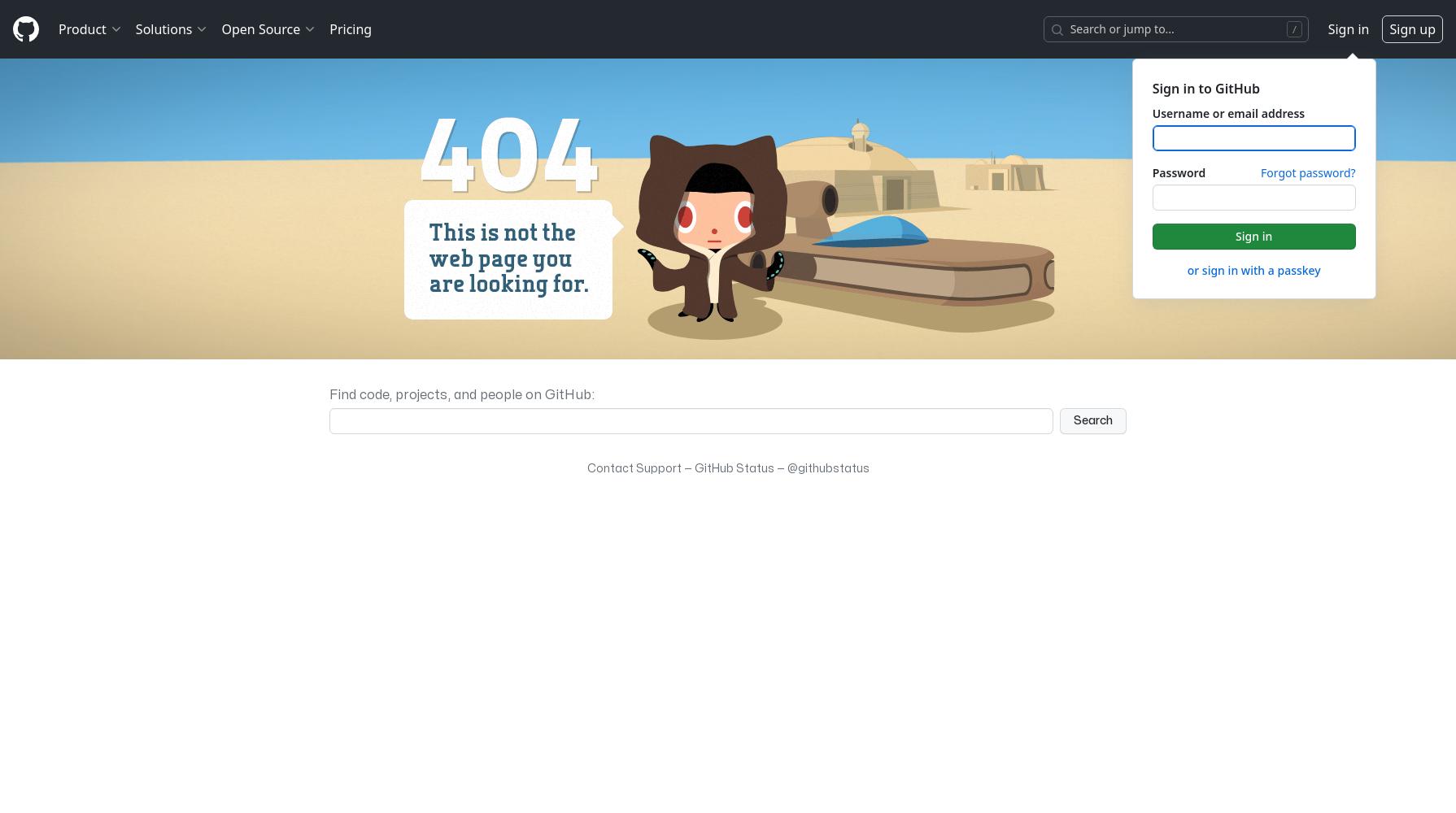  What do you see at coordinates (284, 140) in the screenshot?
I see `'The ReadME Project'` at bounding box center [284, 140].